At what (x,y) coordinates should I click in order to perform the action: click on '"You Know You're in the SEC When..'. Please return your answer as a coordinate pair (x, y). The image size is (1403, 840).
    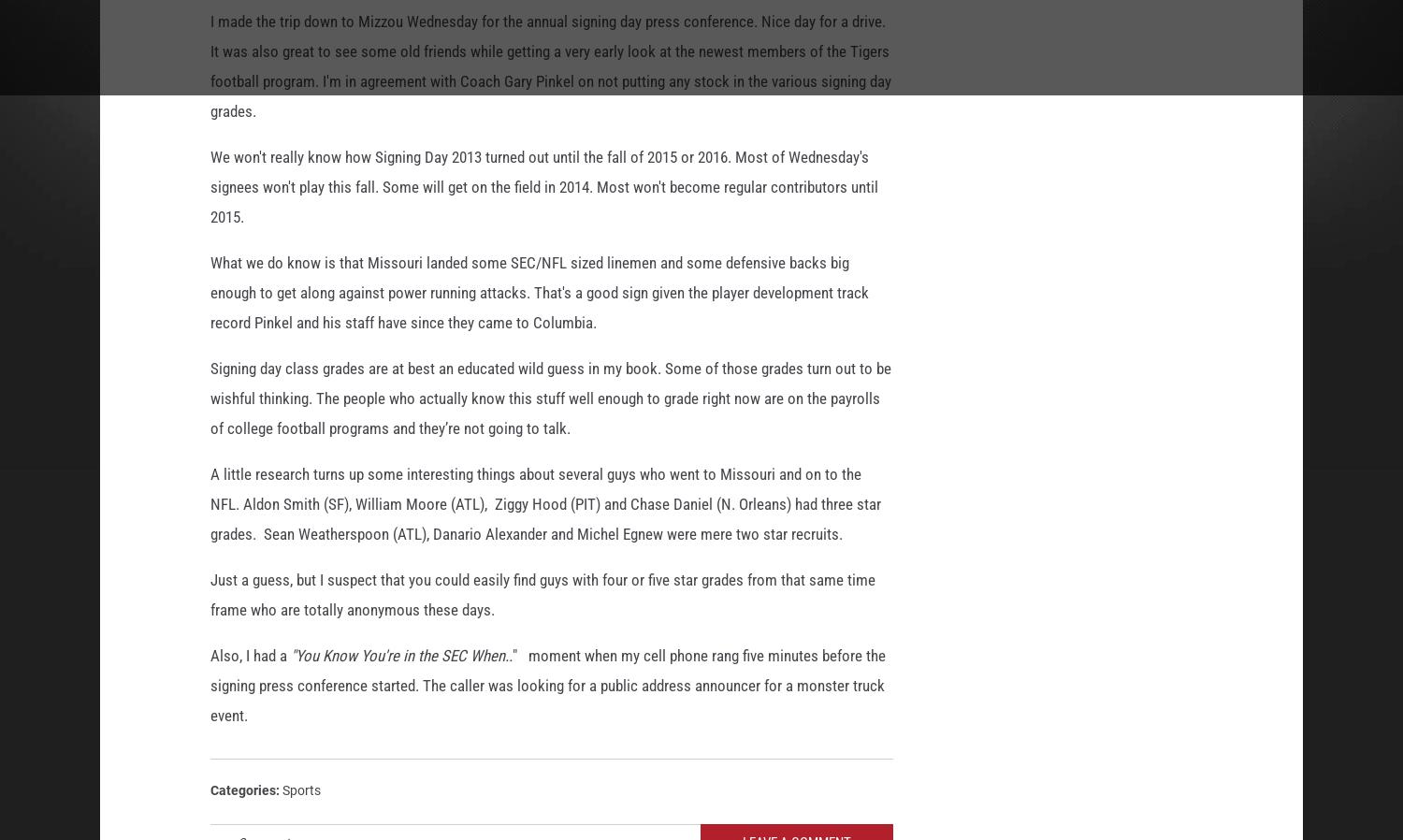
    Looking at the image, I should click on (287, 659).